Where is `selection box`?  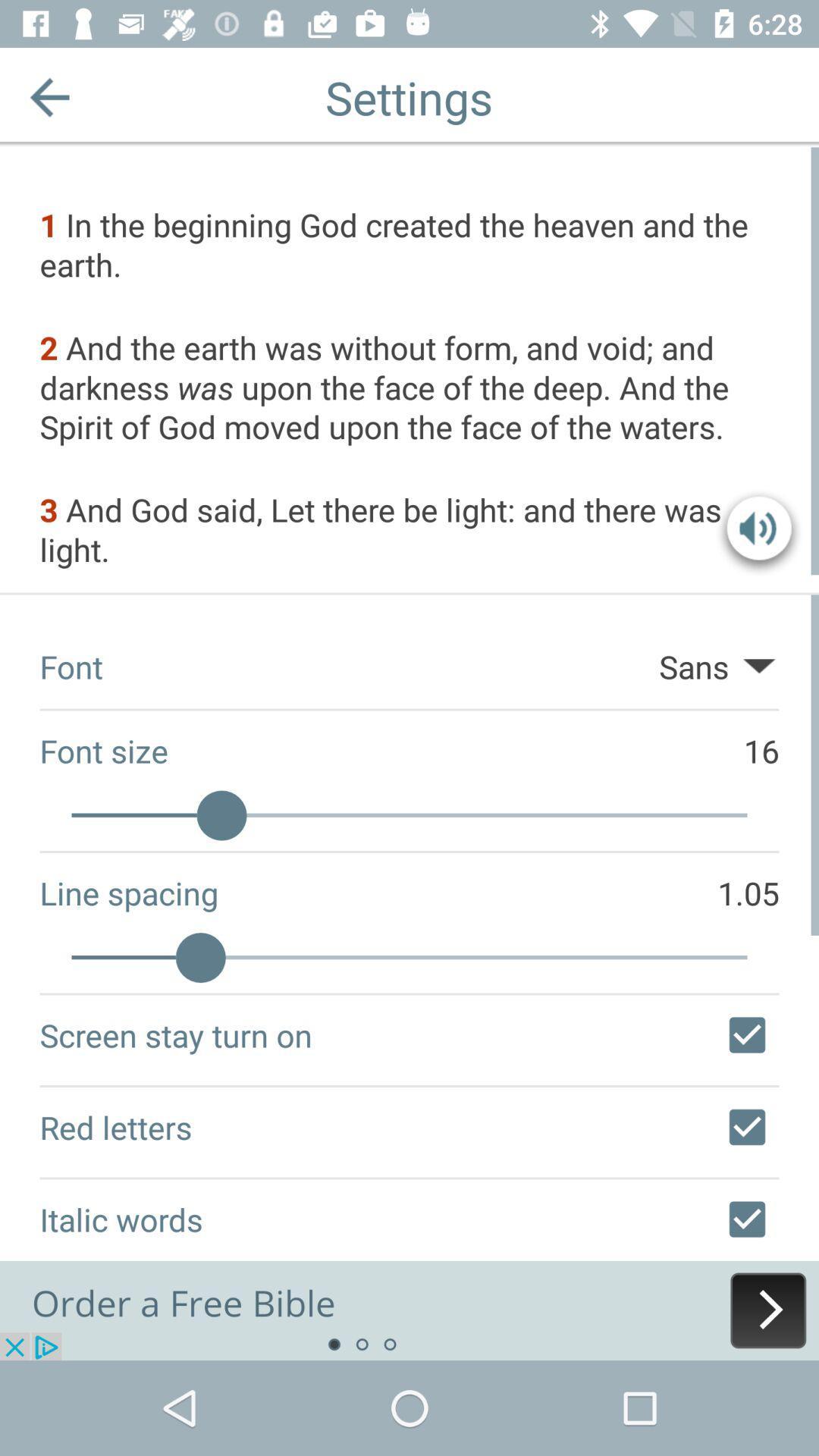
selection box is located at coordinates (746, 1127).